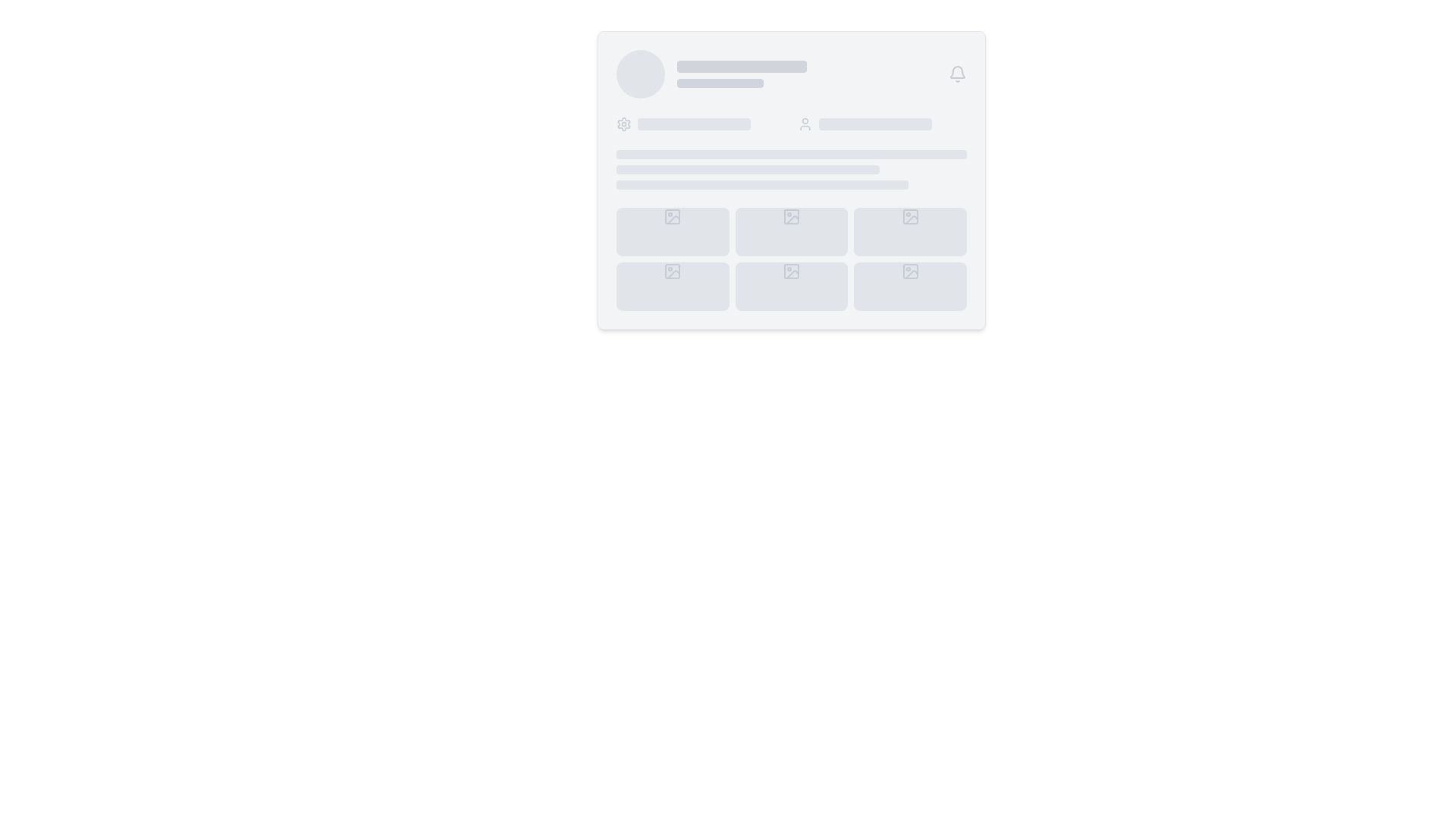  I want to click on the light gray decorative bar located near the top of the interface, immediately beneath the circular profile area, so click(742, 66).